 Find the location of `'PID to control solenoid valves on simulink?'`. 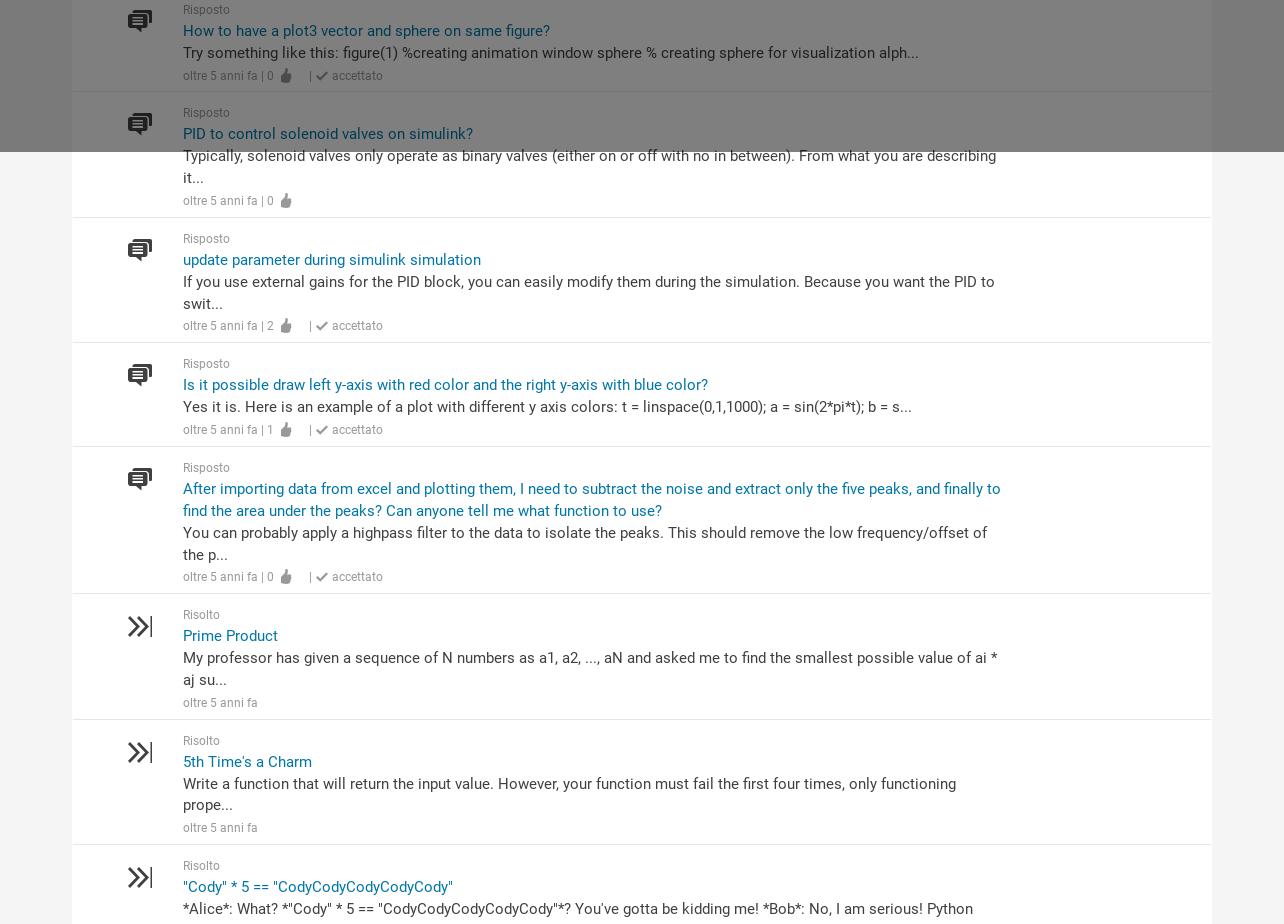

'PID to control solenoid valves on simulink?' is located at coordinates (180, 133).